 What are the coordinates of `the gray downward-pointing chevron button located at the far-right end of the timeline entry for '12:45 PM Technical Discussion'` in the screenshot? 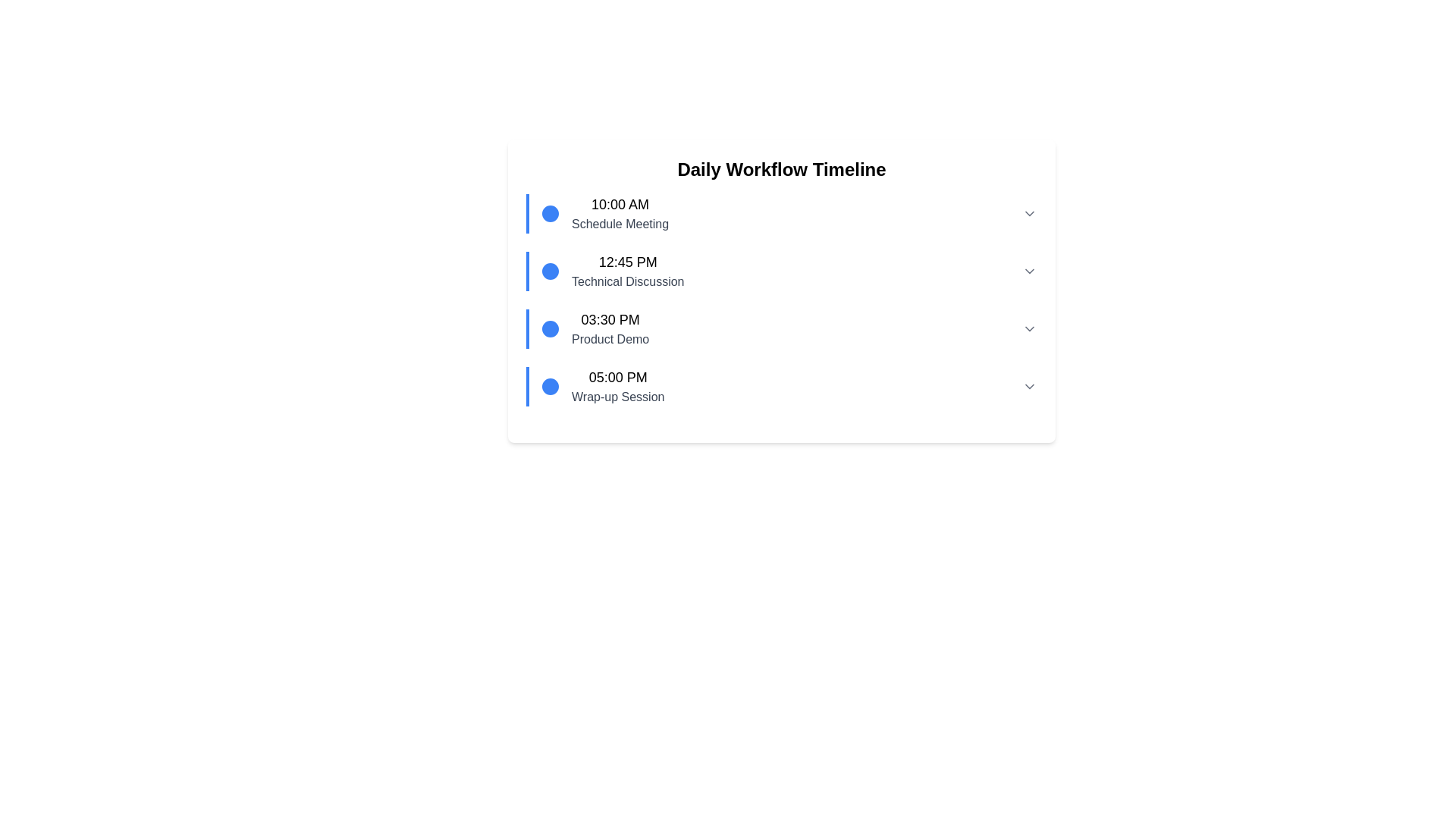 It's located at (1030, 271).